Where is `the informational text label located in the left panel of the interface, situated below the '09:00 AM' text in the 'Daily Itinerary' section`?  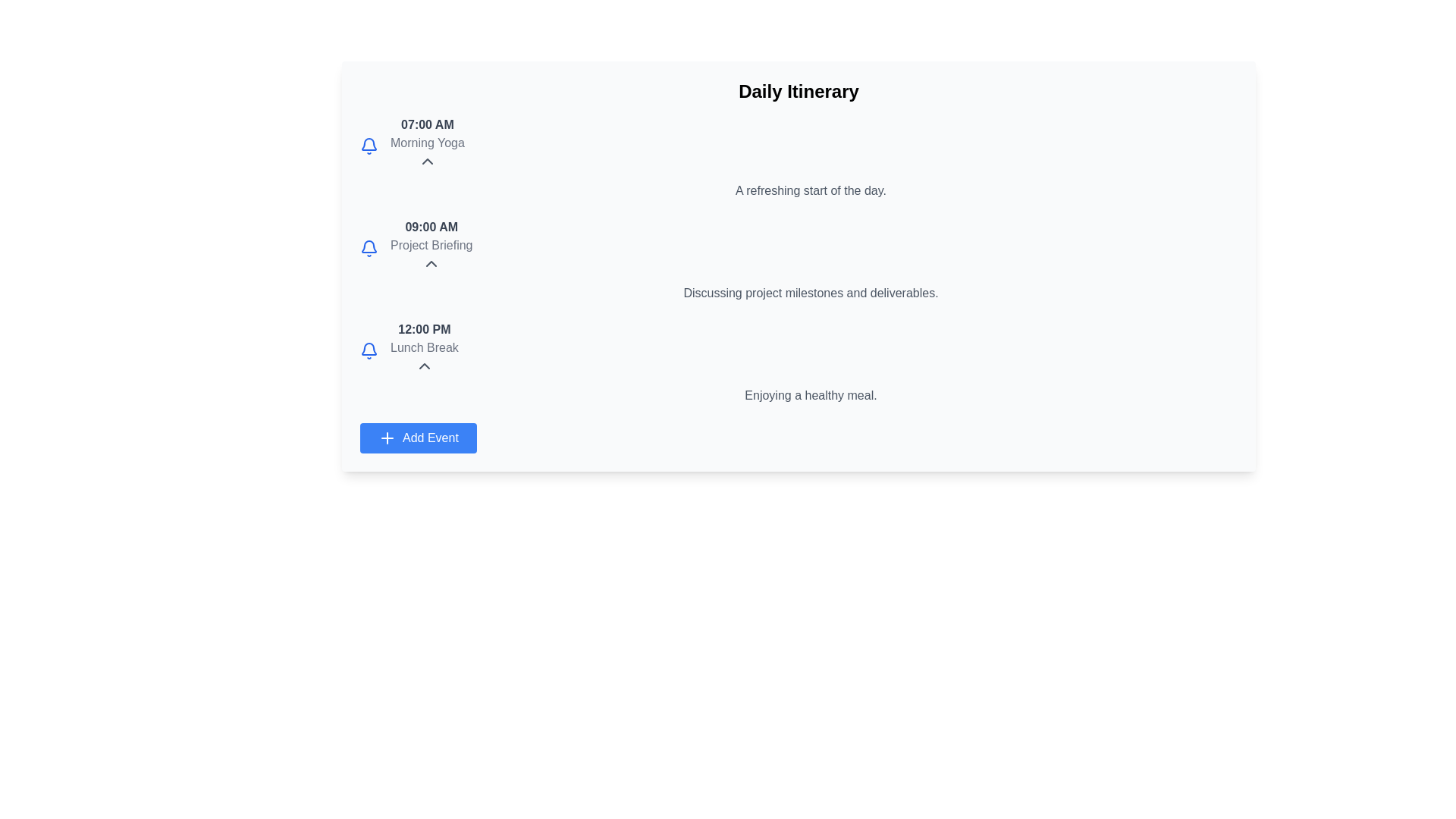 the informational text label located in the left panel of the interface, situated below the '09:00 AM' text in the 'Daily Itinerary' section is located at coordinates (431, 245).